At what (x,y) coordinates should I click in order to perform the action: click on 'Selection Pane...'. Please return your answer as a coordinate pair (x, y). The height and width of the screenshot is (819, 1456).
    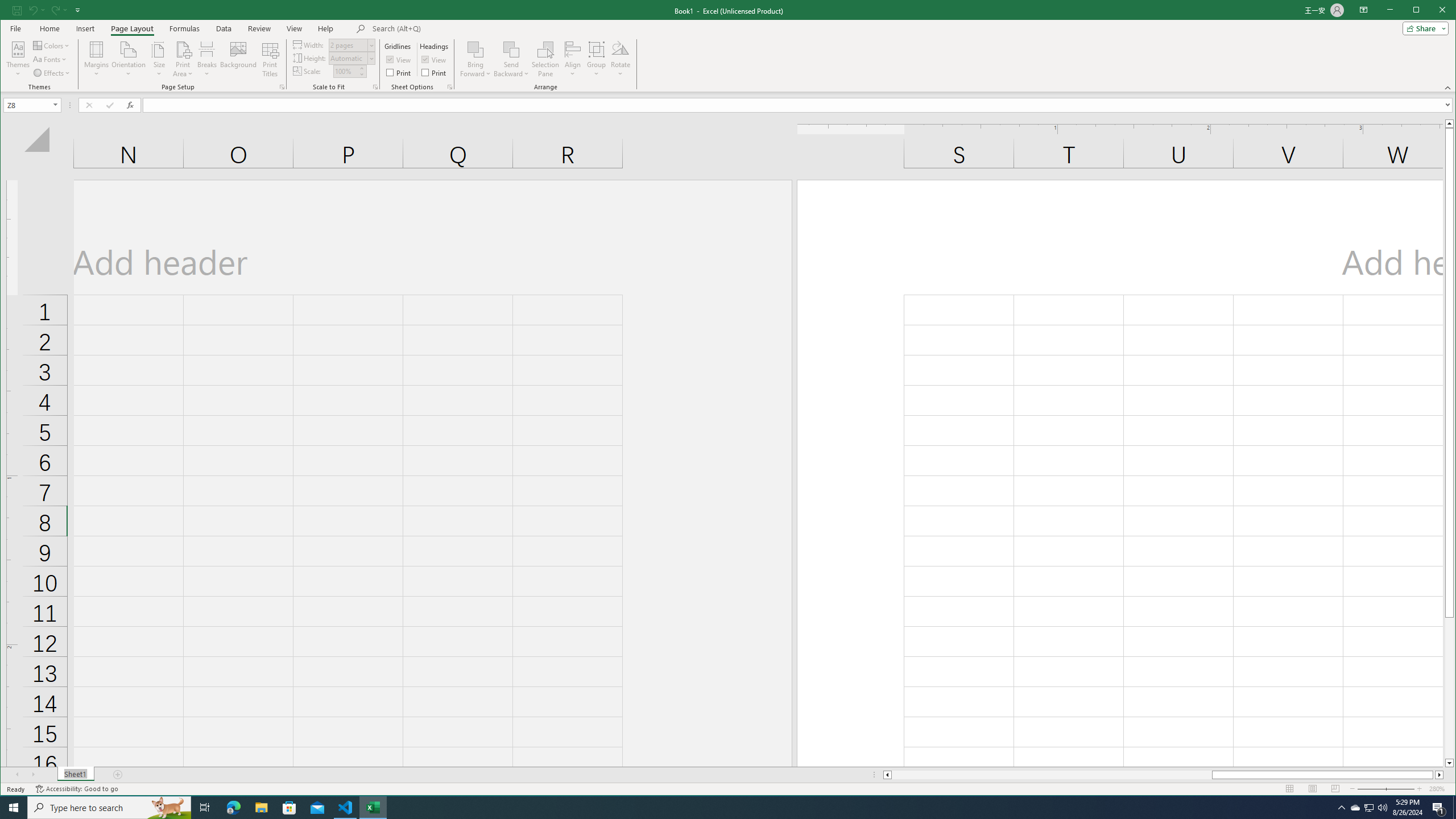
    Looking at the image, I should click on (544, 59).